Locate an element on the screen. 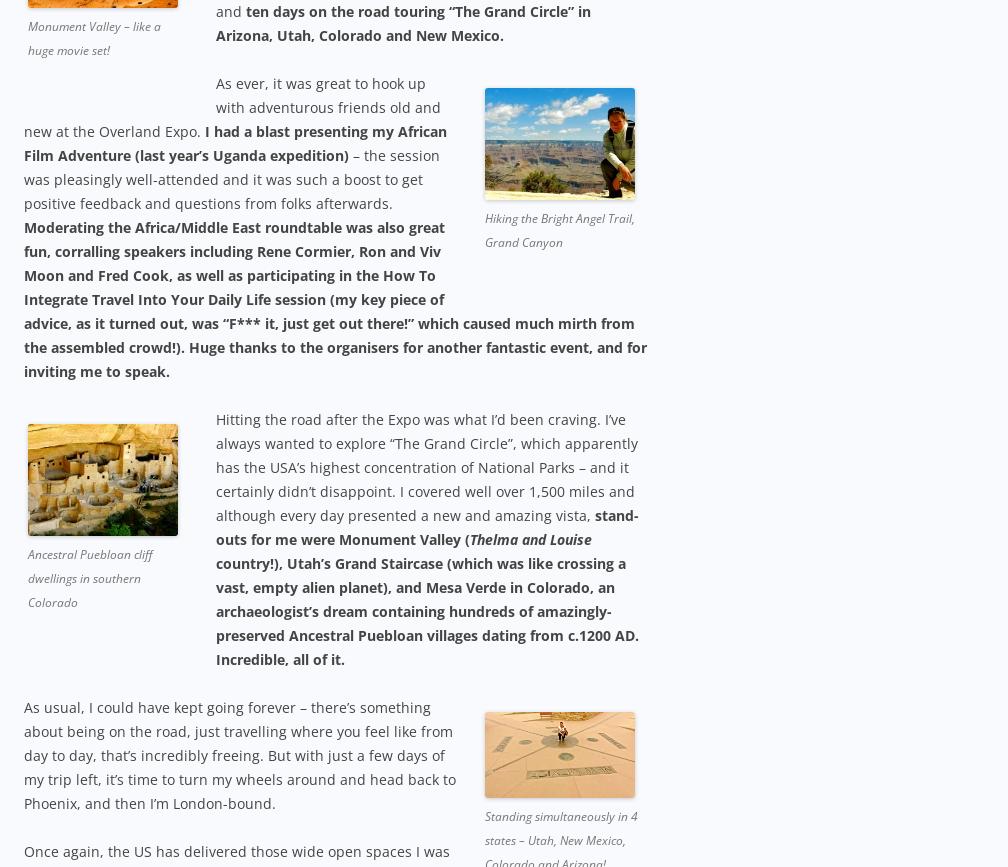 The image size is (1008, 867). 'Thelma and Louise' is located at coordinates (531, 537).